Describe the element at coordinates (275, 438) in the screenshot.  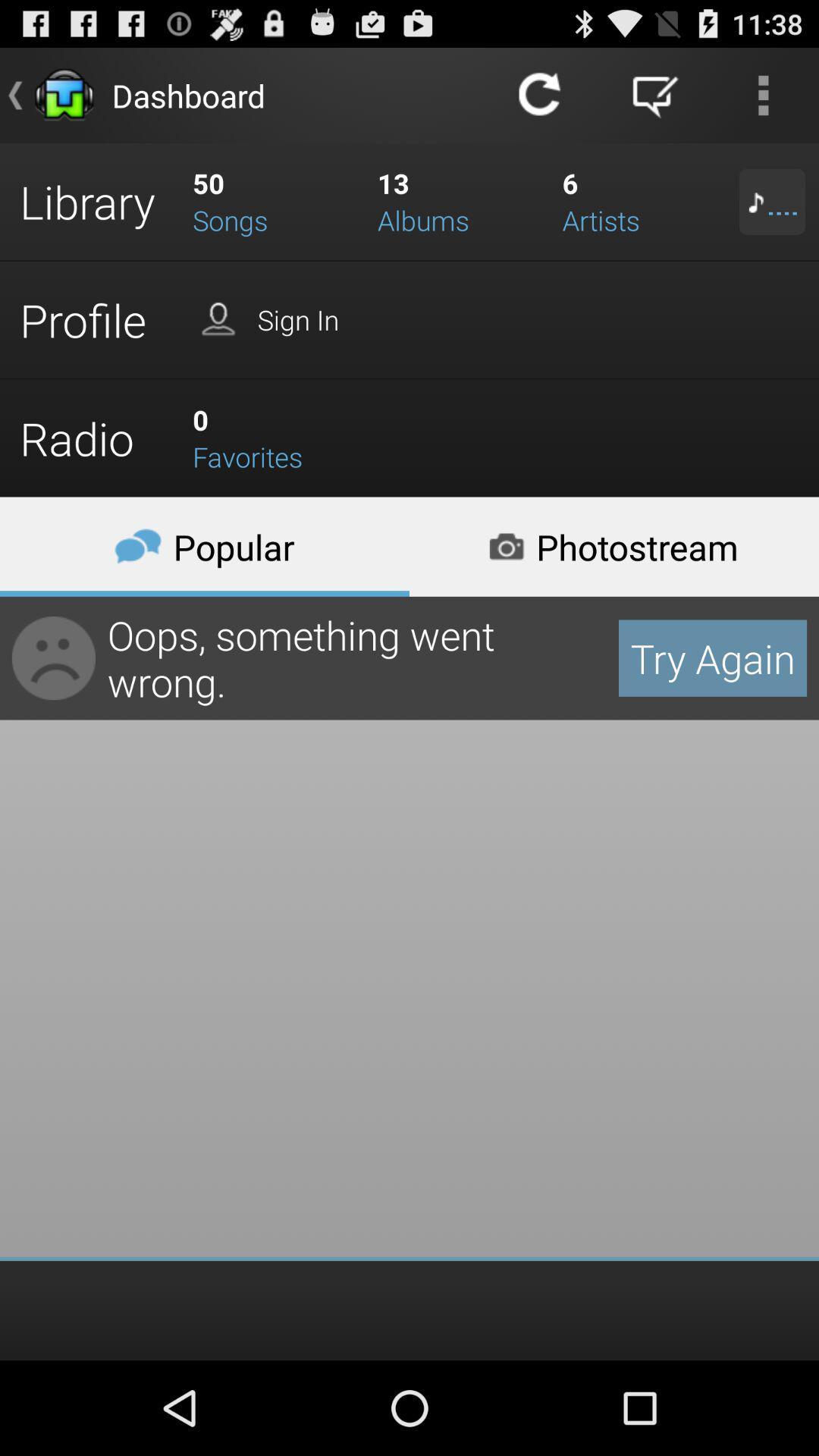
I see `the favorites which is right side of the radio` at that location.